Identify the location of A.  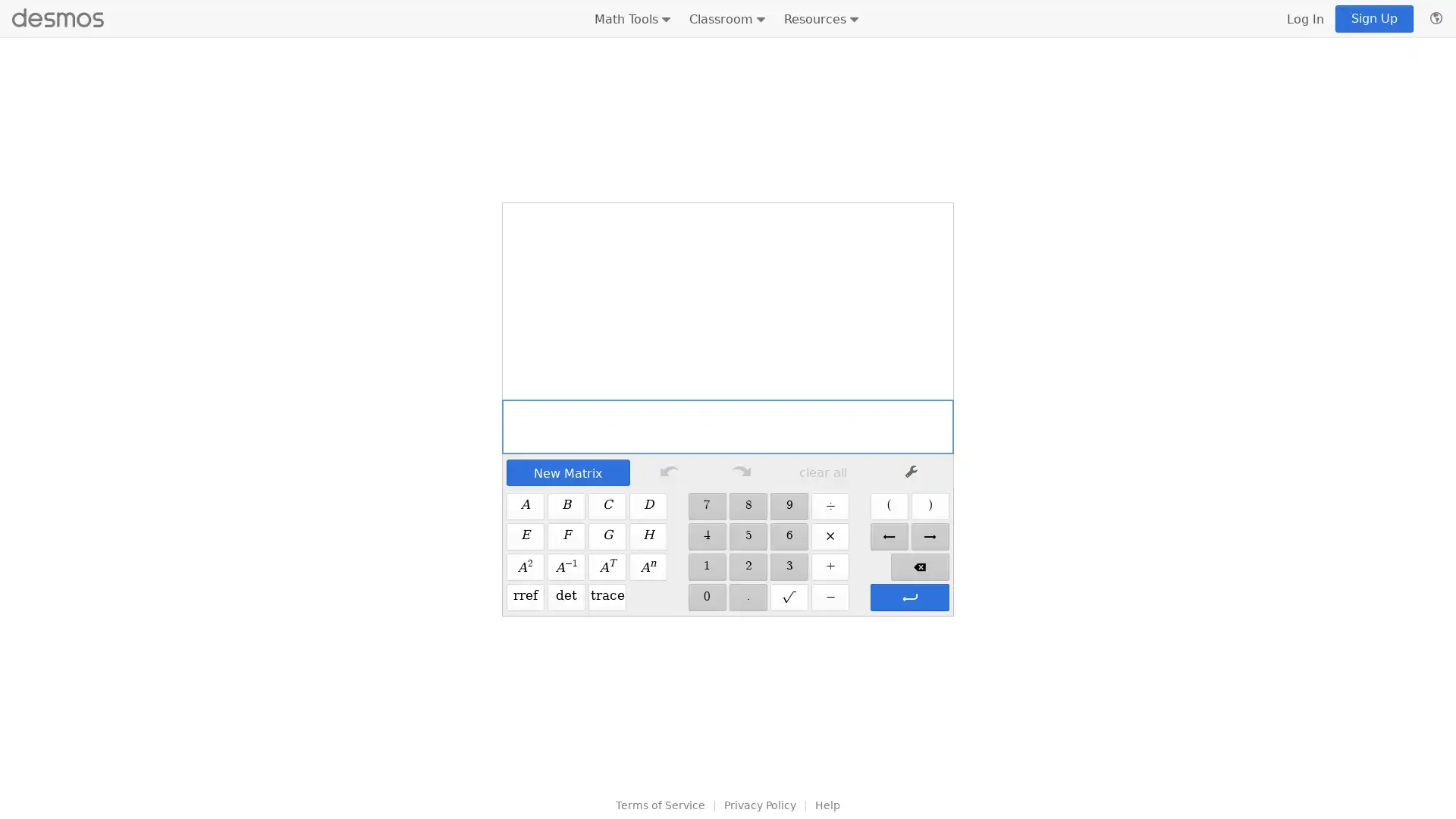
(525, 506).